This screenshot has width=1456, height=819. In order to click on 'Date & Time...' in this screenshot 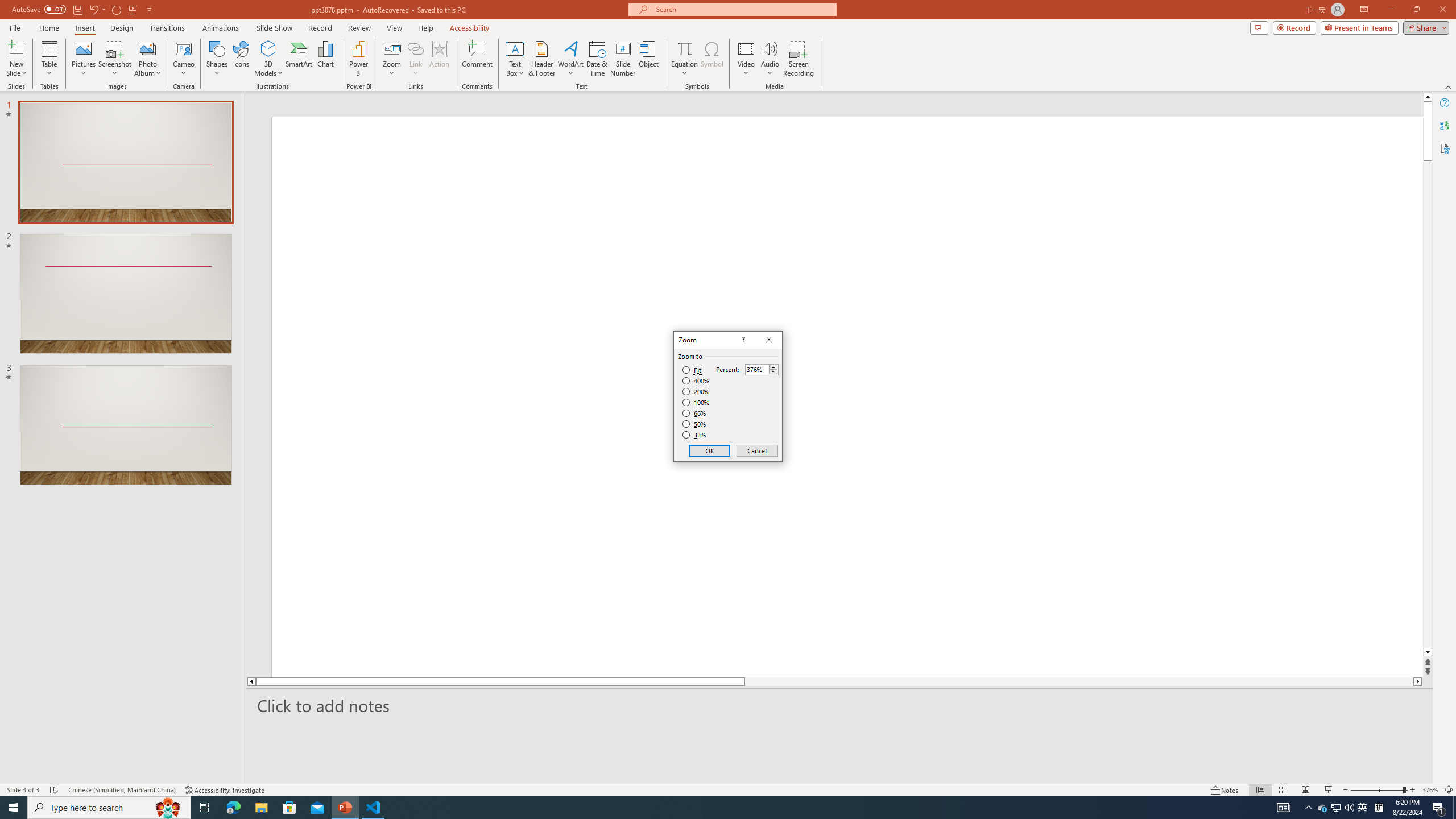, I will do `click(596, 59)`.